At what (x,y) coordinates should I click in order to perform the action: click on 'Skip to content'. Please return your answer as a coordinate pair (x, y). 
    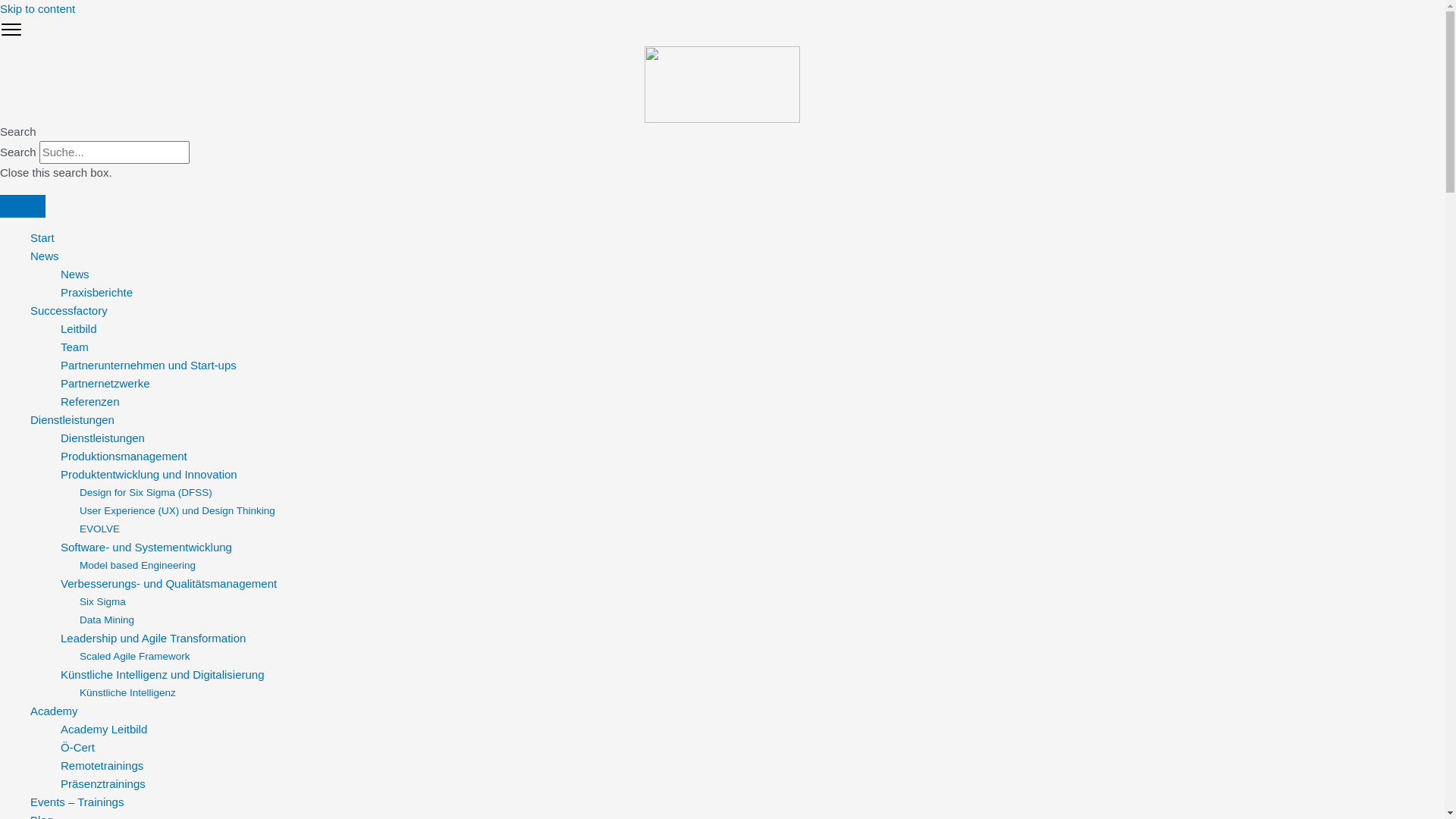
    Looking at the image, I should click on (37, 8).